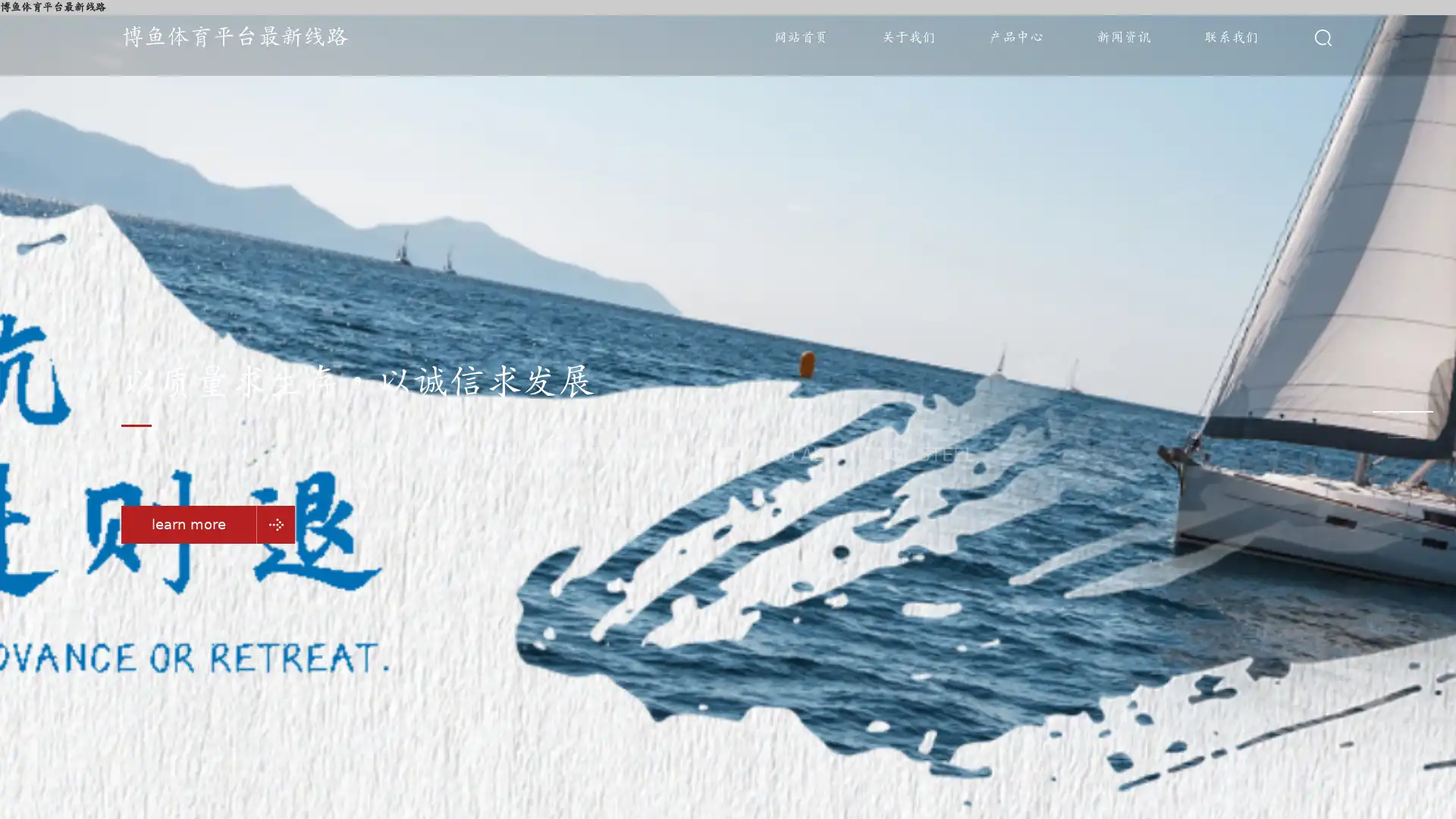 This screenshot has height=819, width=1456. Describe the element at coordinates (1401, 424) in the screenshot. I see `Go to slide 2` at that location.